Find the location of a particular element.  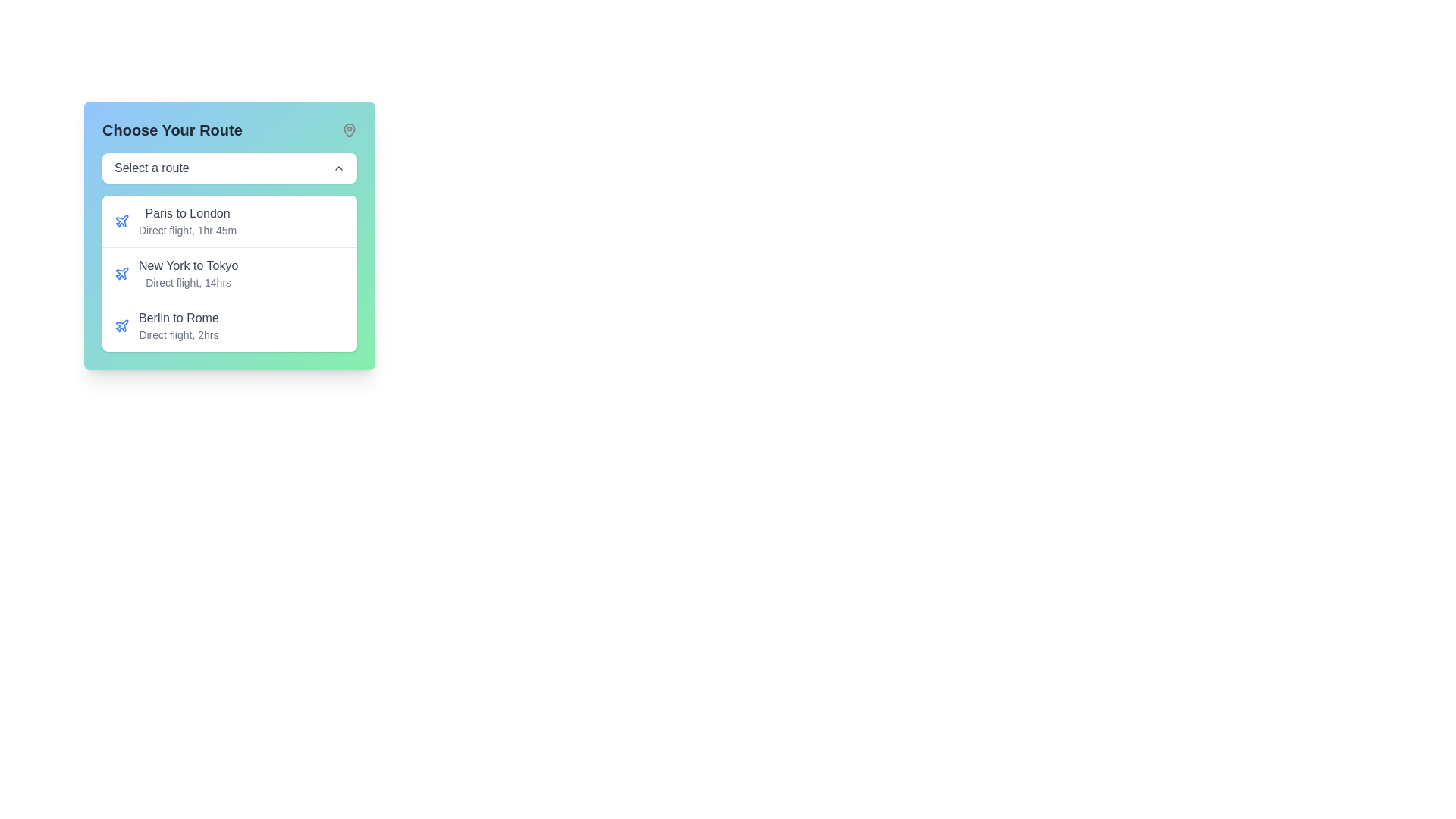

the first flight option text label in the dropdown menu that displays information about a specific flight route is located at coordinates (187, 221).